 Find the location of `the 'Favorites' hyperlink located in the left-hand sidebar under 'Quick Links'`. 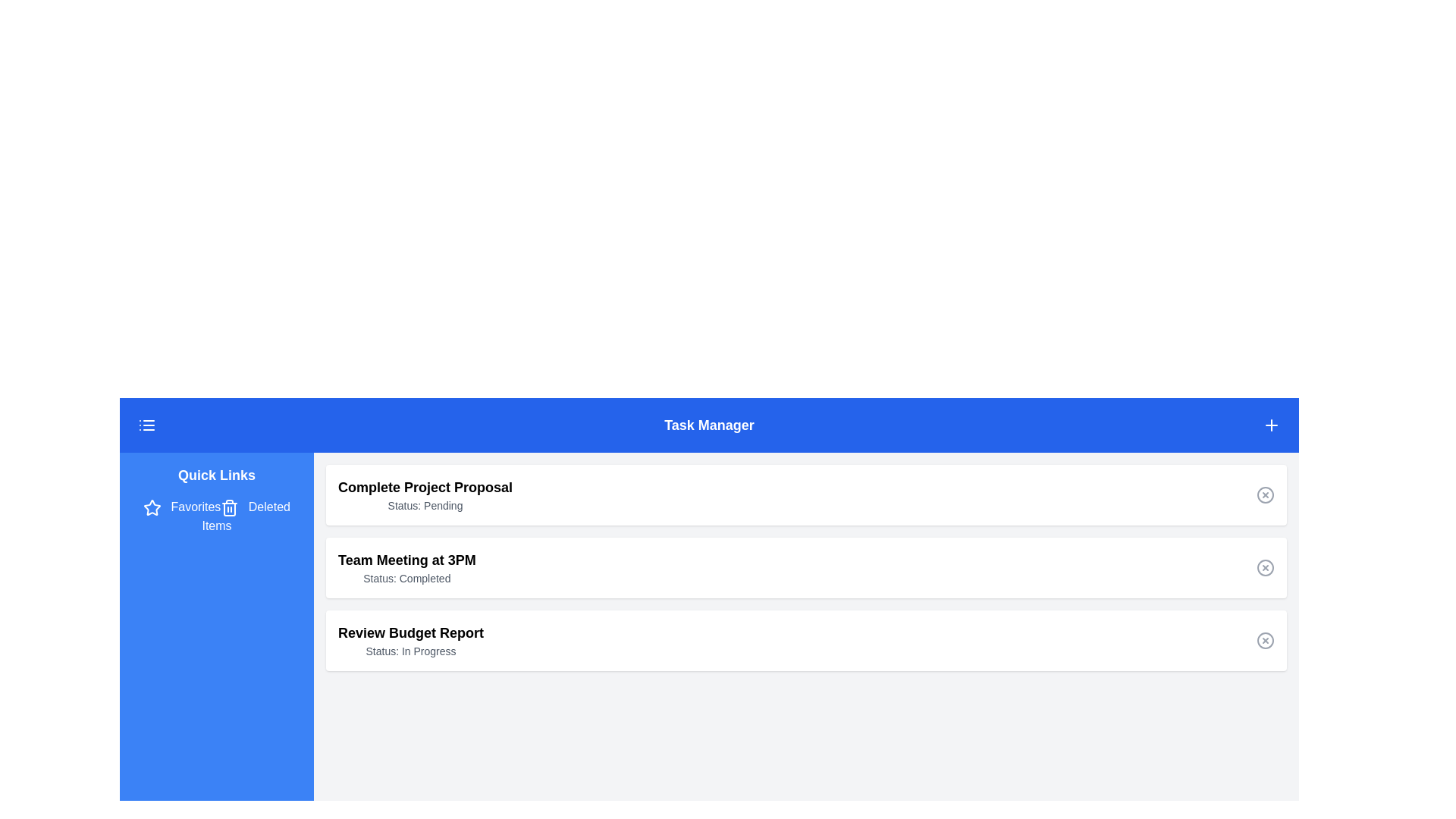

the 'Favorites' hyperlink located in the left-hand sidebar under 'Quick Links' is located at coordinates (182, 507).